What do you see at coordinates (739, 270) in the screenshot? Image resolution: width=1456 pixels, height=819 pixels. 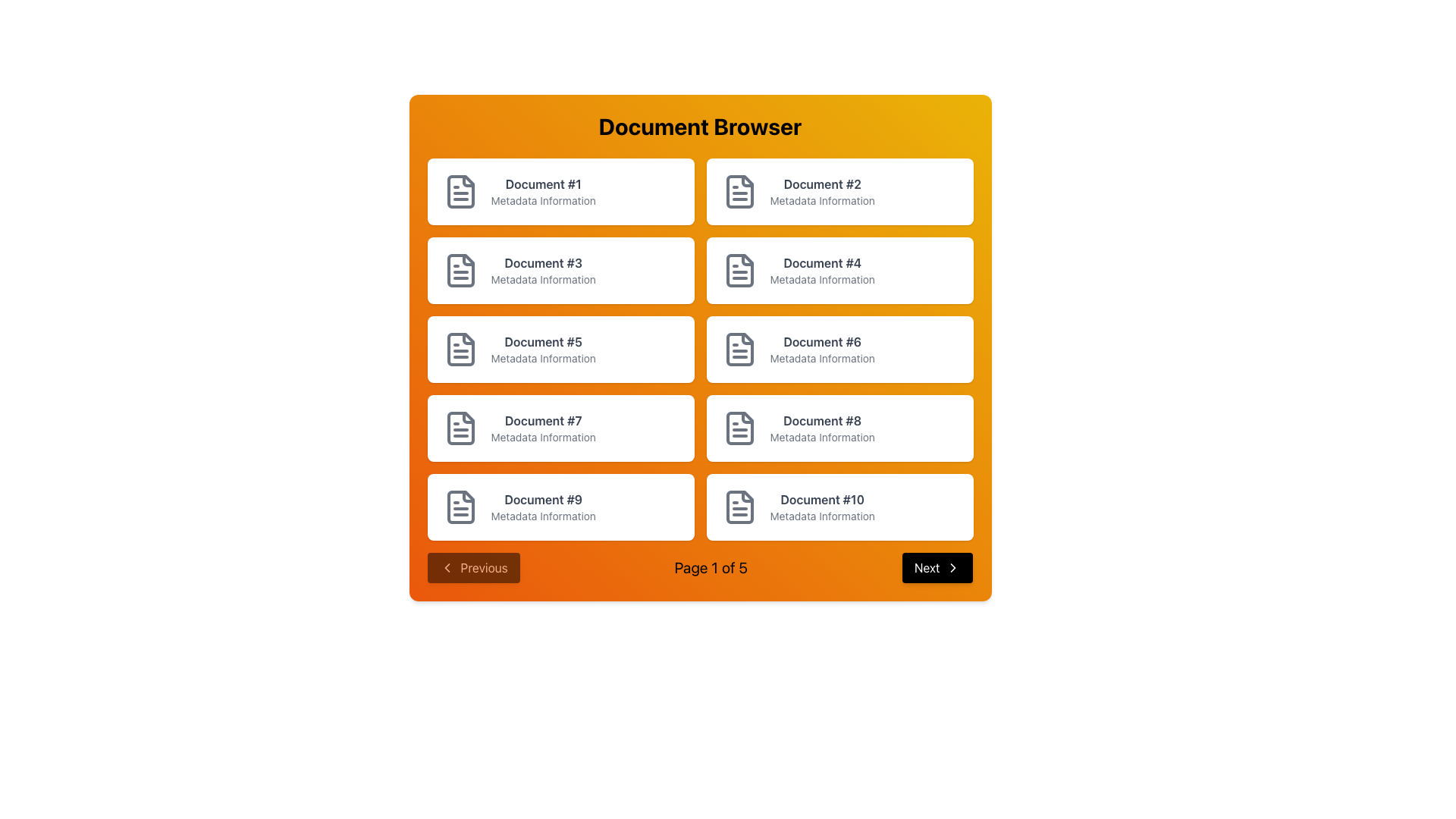 I see `the document icon, which is a slate gray outline within a rounded card` at bounding box center [739, 270].